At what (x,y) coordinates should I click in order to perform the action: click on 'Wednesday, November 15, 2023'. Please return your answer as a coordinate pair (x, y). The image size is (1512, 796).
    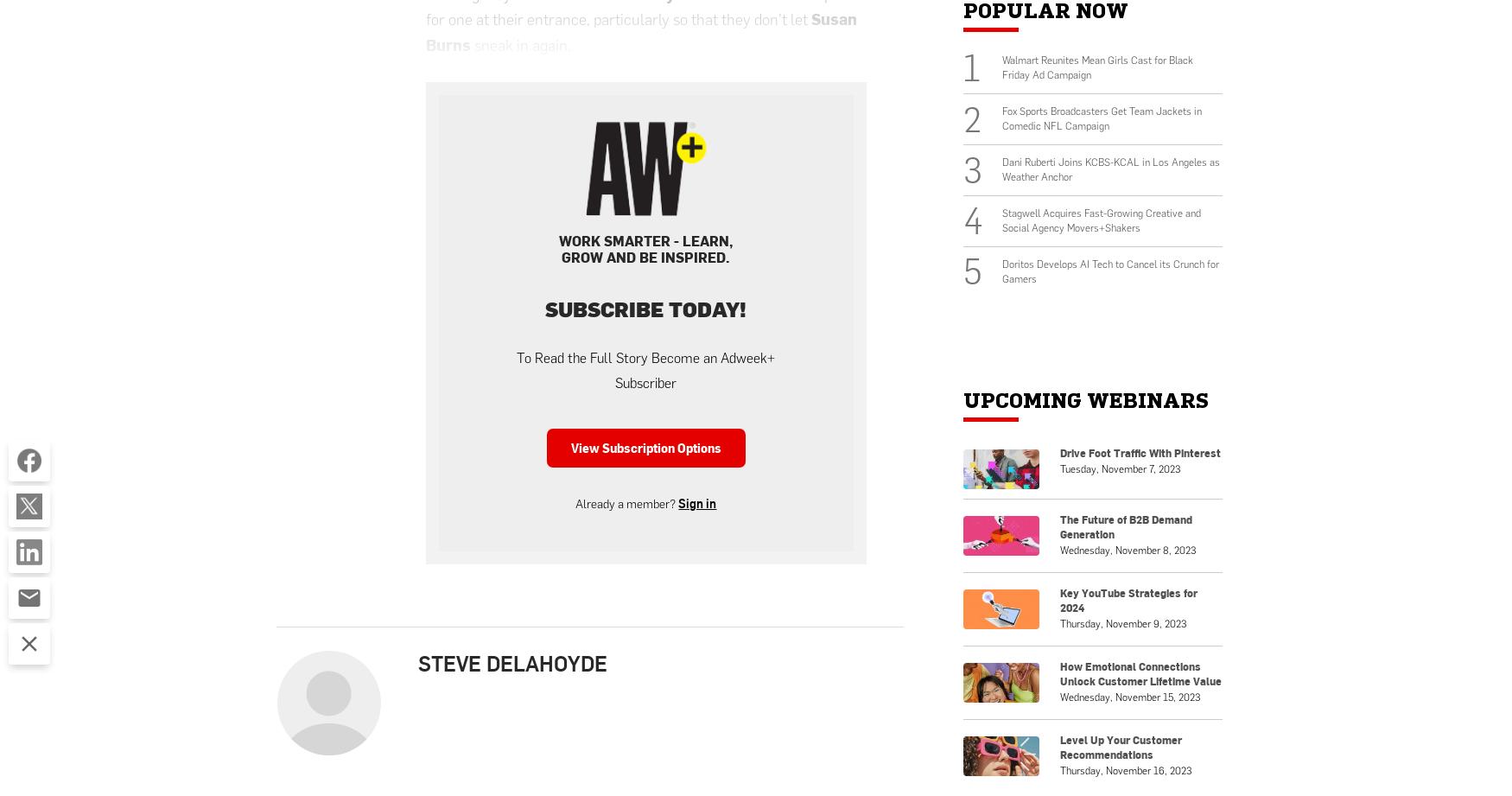
    Looking at the image, I should click on (1128, 695).